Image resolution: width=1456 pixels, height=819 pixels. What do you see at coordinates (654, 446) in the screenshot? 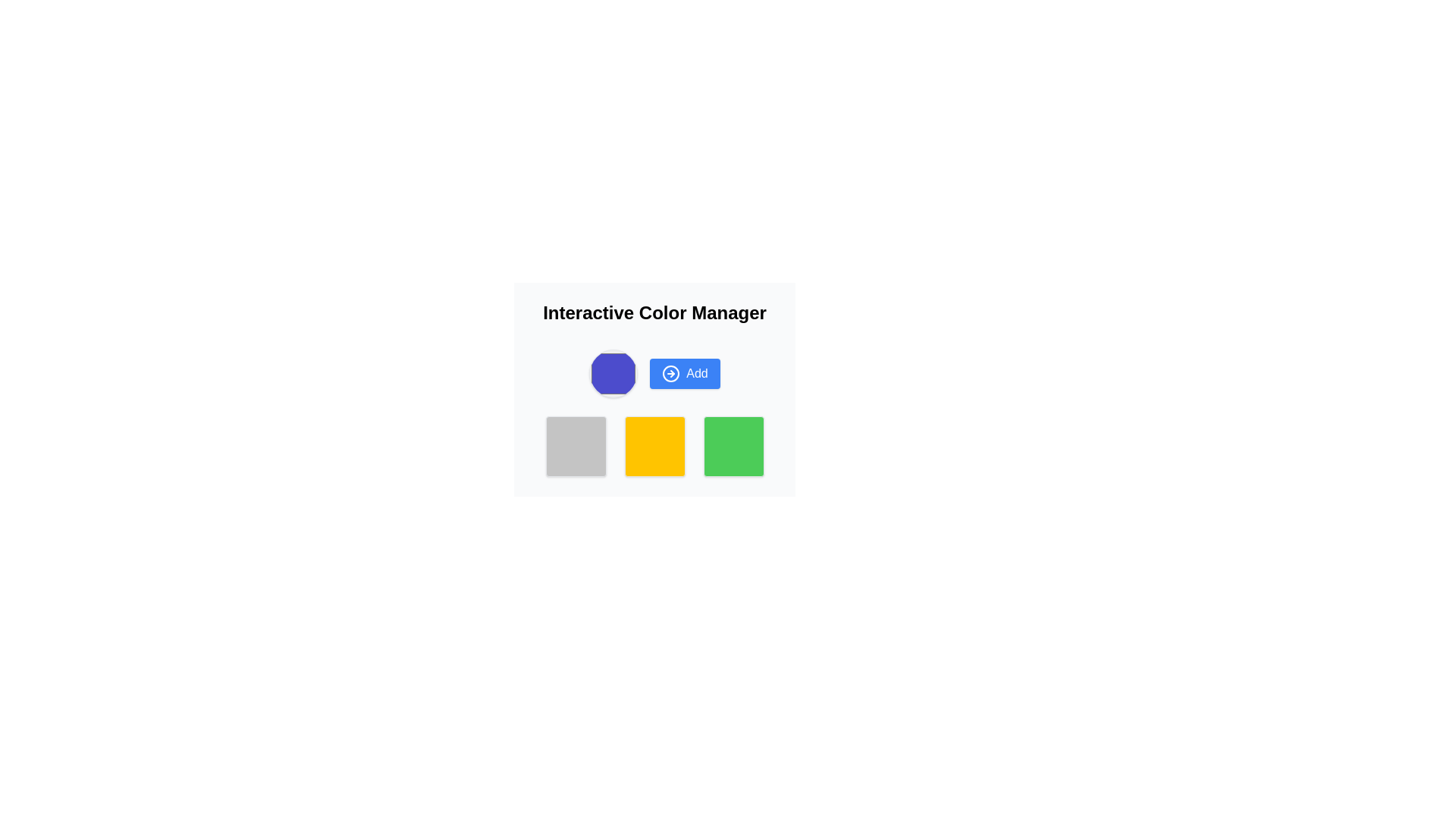
I see `the Grid or color option panel element, which is a rectangular area with three colored sections (gray, yellow, and green), with the yellow section being highlighted and located beneath 'Interactive Color Manager'` at bounding box center [654, 446].